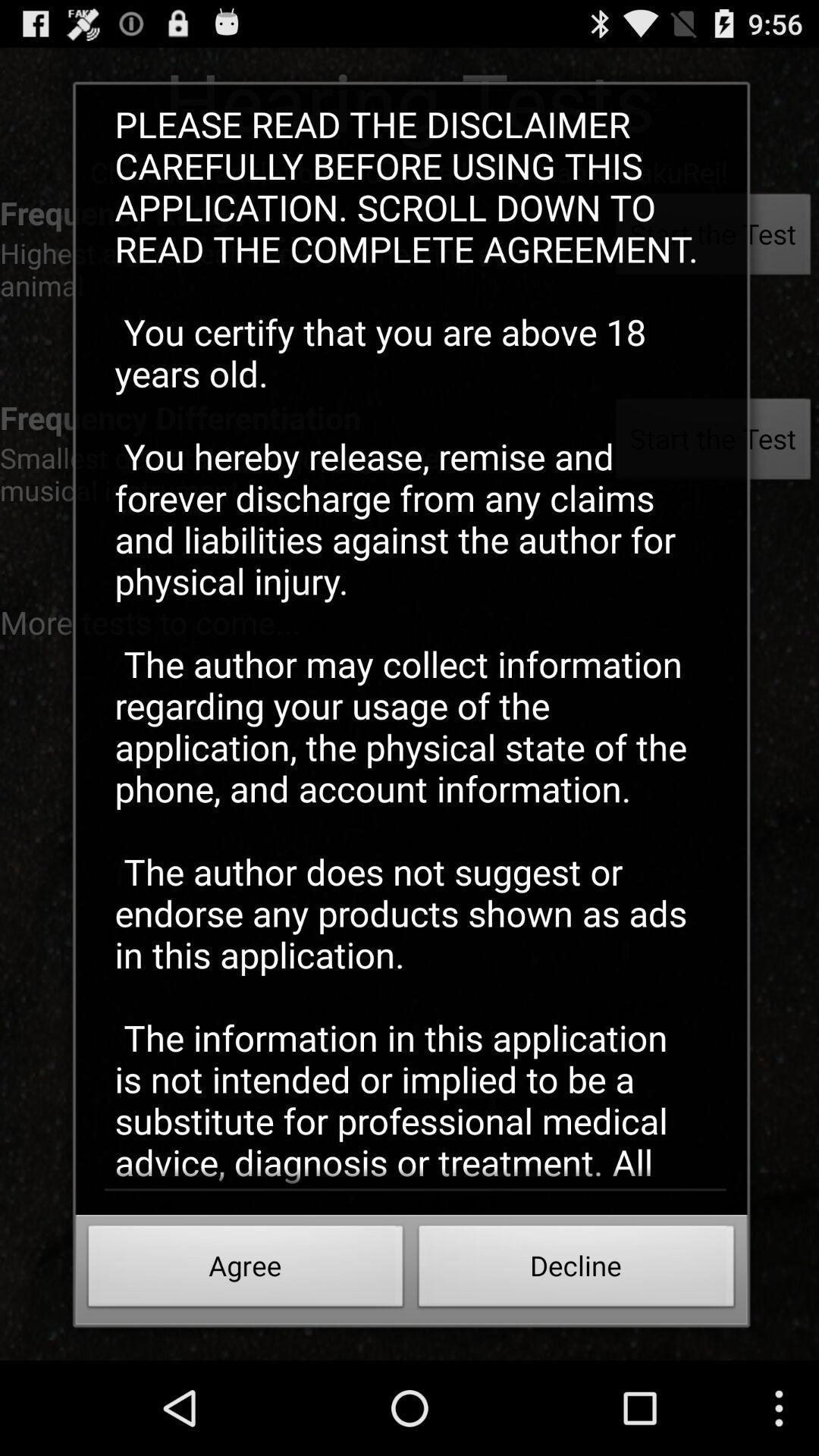 Image resolution: width=819 pixels, height=1456 pixels. What do you see at coordinates (245, 1270) in the screenshot?
I see `the item at the bottom left corner` at bounding box center [245, 1270].